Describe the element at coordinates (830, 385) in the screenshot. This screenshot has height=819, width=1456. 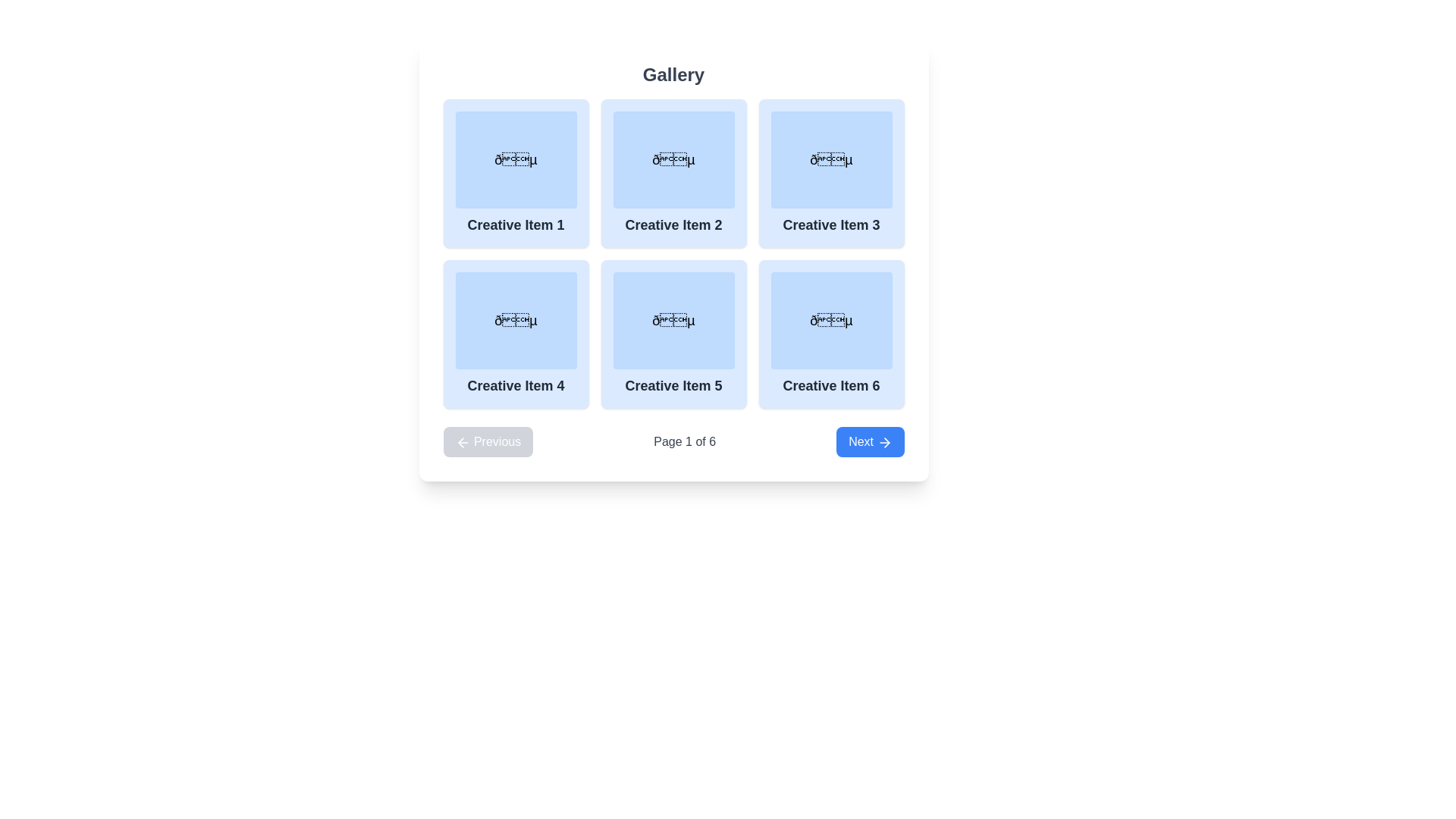
I see `the text label identifying the card as 'Creative Item 6', located at the bottom of the last card in a 2x3 grid layout` at that location.